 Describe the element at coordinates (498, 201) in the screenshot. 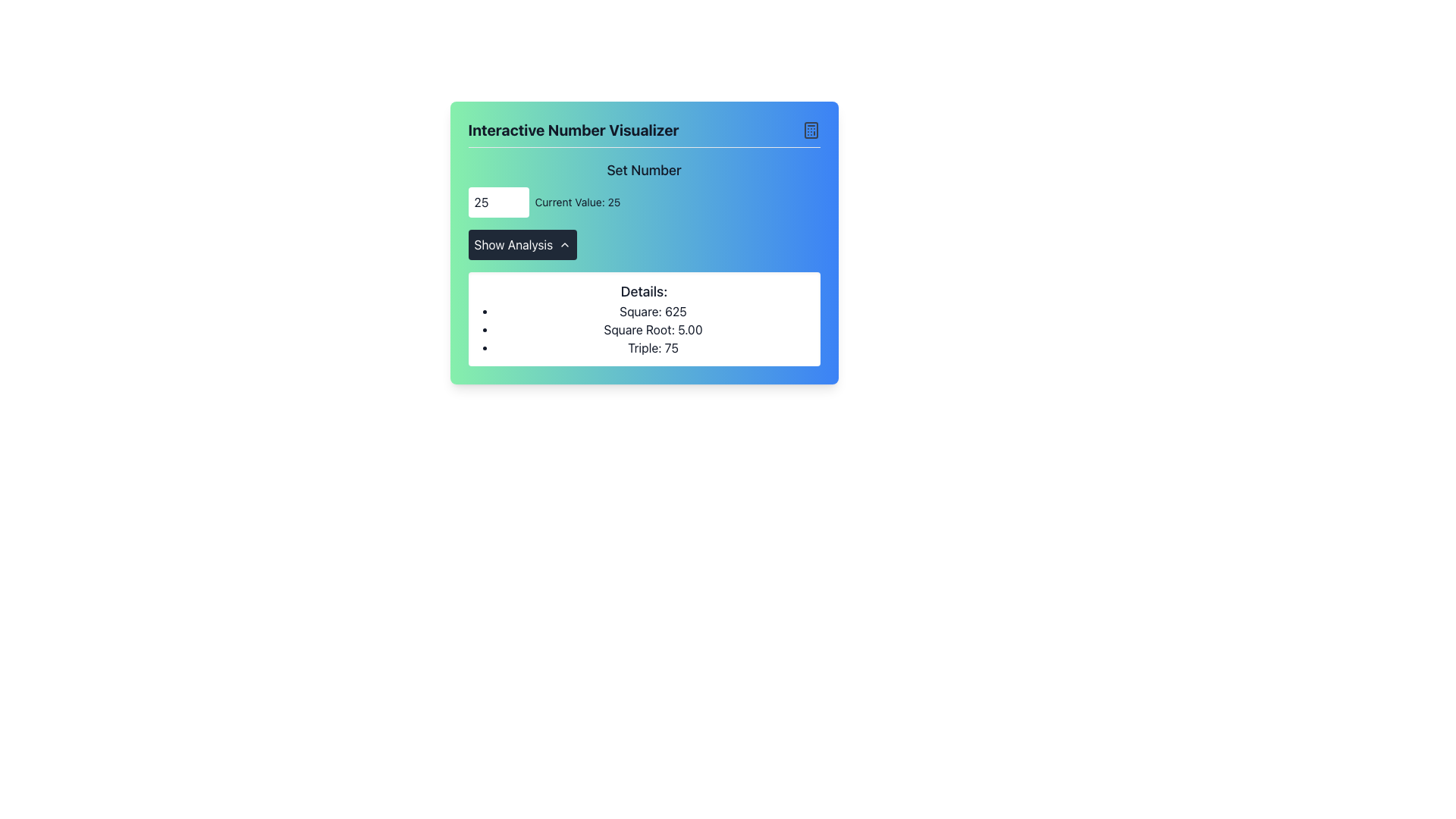

I see `the number input field located at the top left of the user interface` at that location.